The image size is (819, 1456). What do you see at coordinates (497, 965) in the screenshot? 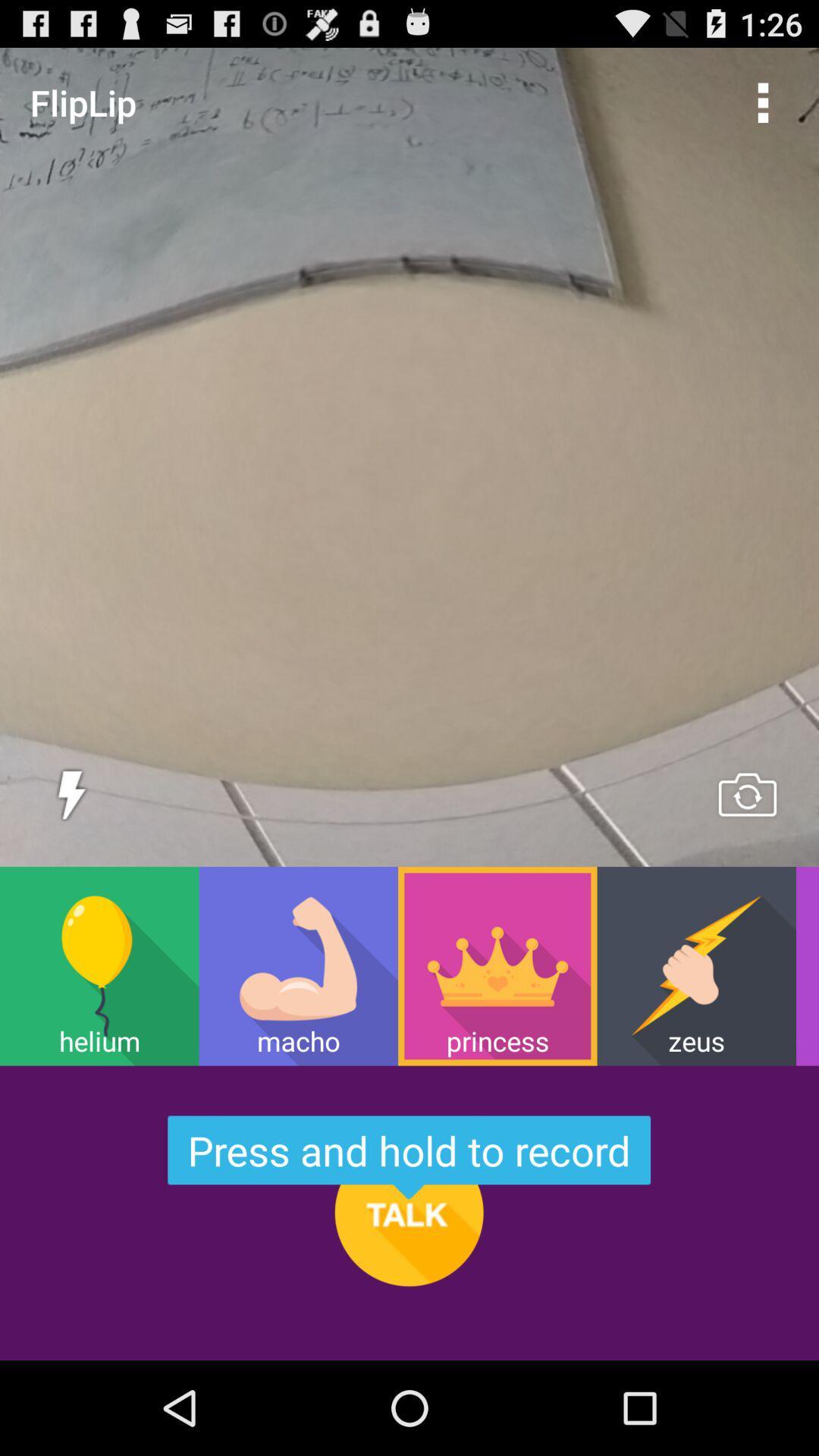
I see `the item next to macho` at bounding box center [497, 965].